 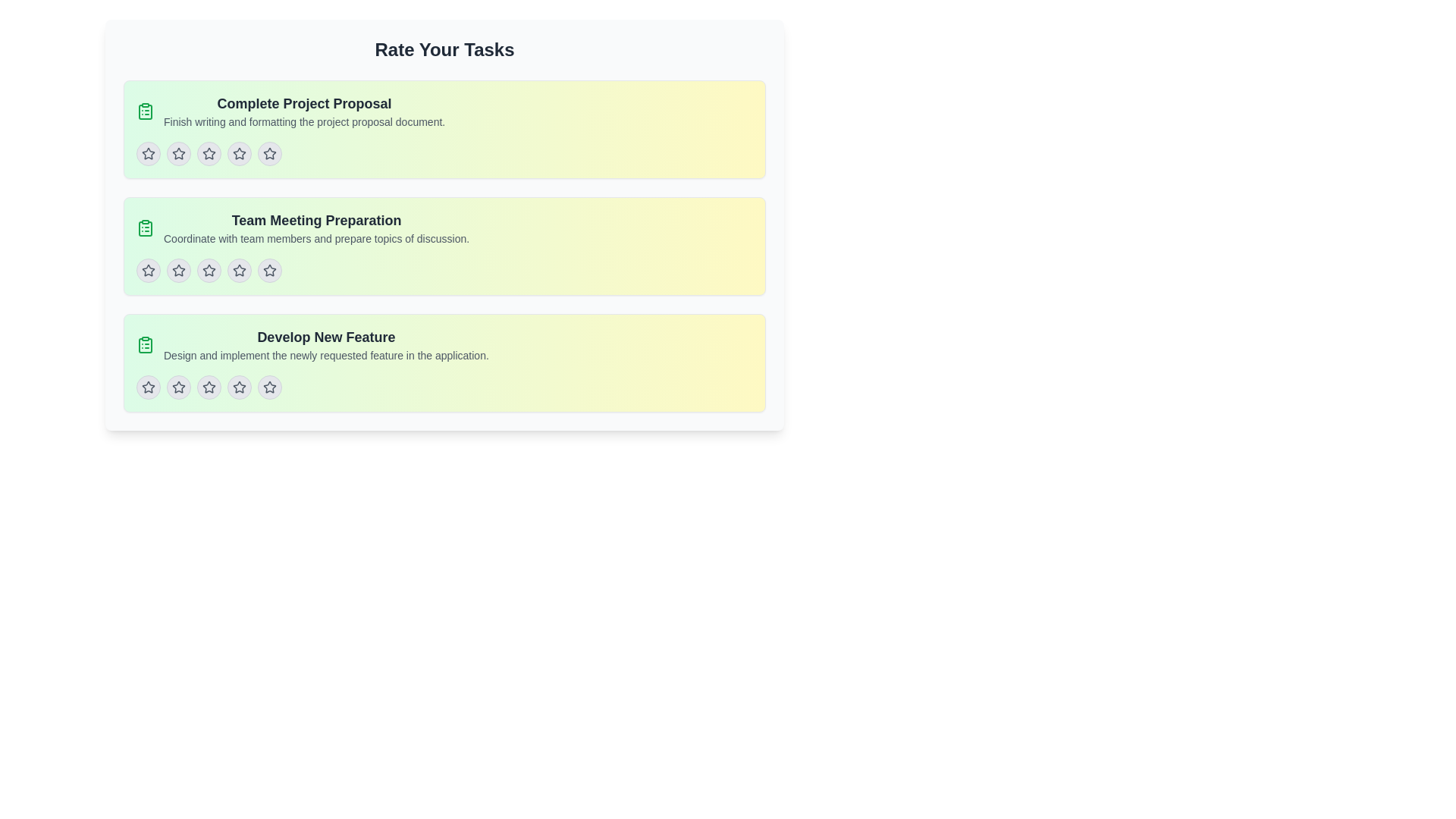 I want to click on the Rating star button, which is a circular button with a star icon inside, located under the 'Team Meeting Preparation' task, so click(x=149, y=270).